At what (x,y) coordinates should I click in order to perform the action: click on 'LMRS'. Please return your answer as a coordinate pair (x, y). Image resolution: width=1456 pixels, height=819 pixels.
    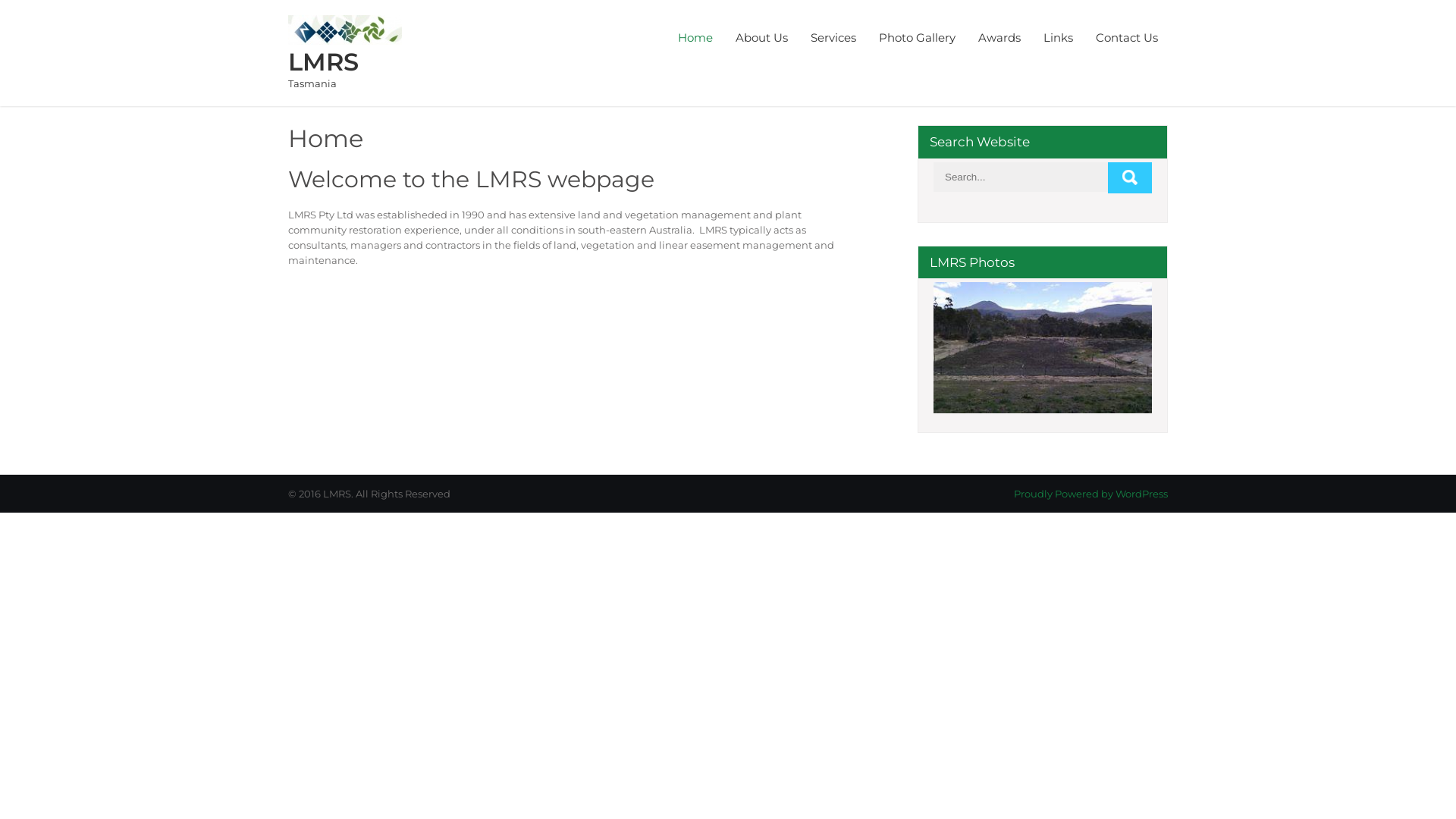
    Looking at the image, I should click on (322, 61).